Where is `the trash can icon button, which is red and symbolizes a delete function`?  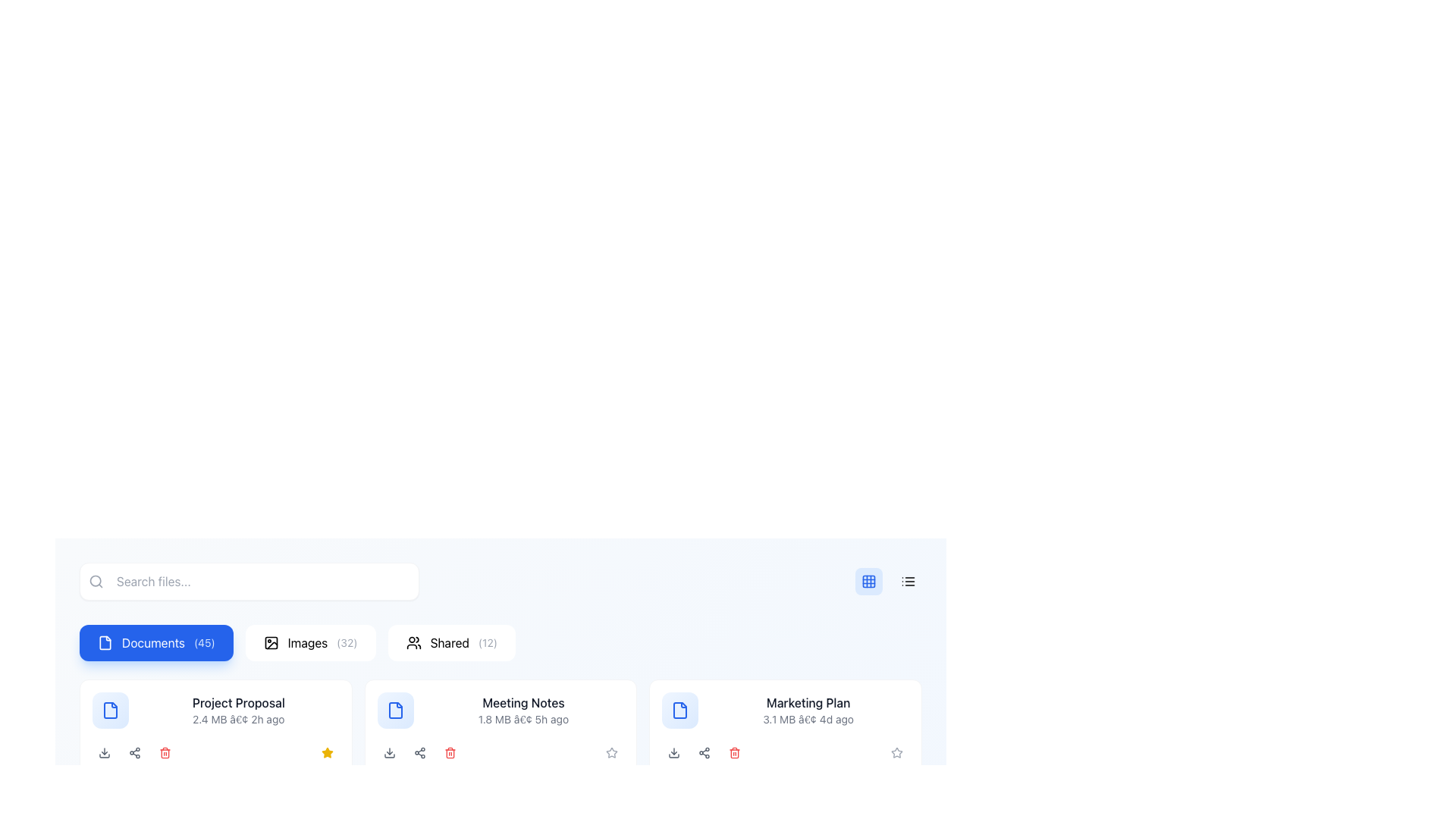 the trash can icon button, which is red and symbolizes a delete function is located at coordinates (165, 752).